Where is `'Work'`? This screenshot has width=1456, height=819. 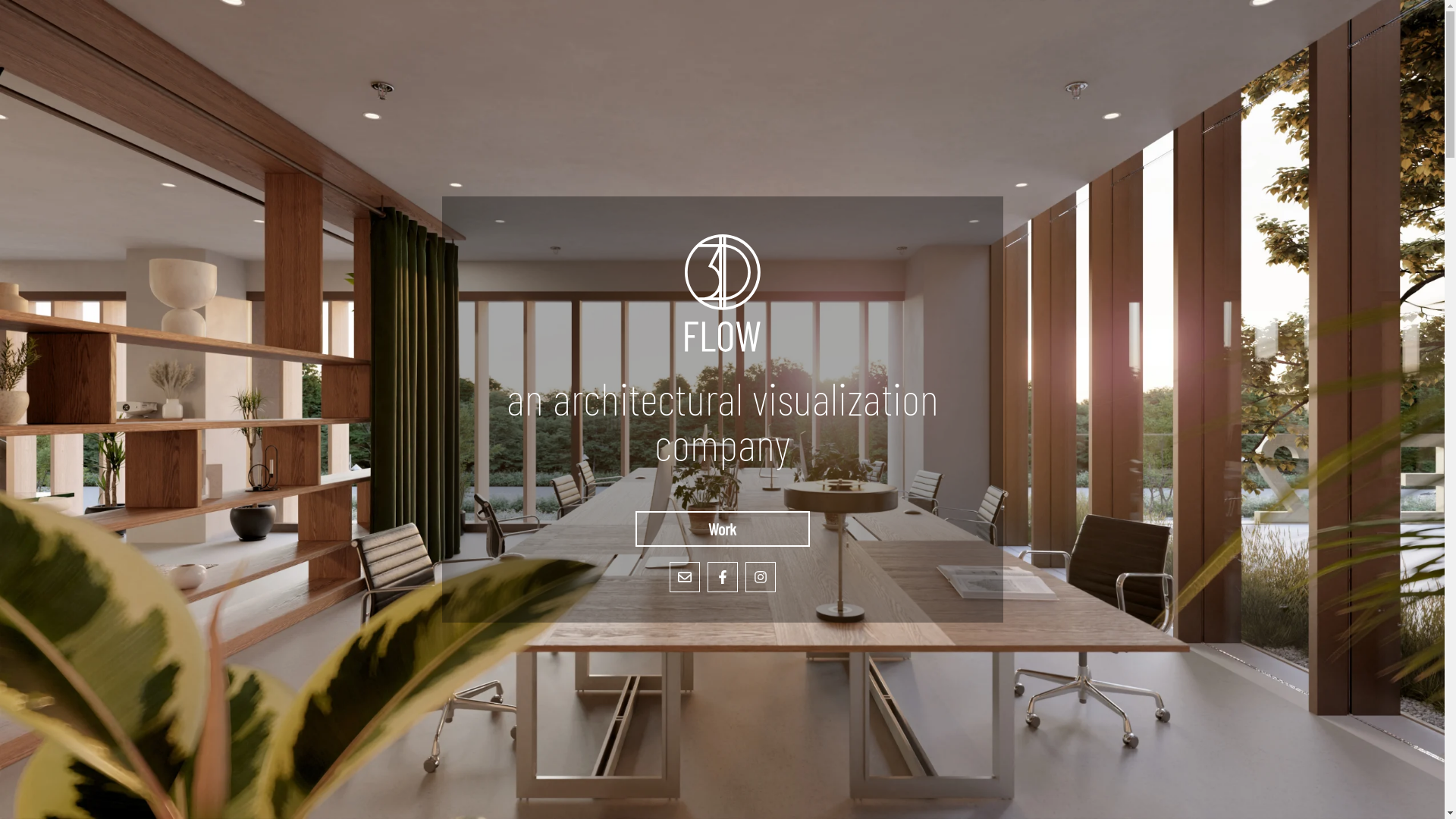
'Work' is located at coordinates (722, 528).